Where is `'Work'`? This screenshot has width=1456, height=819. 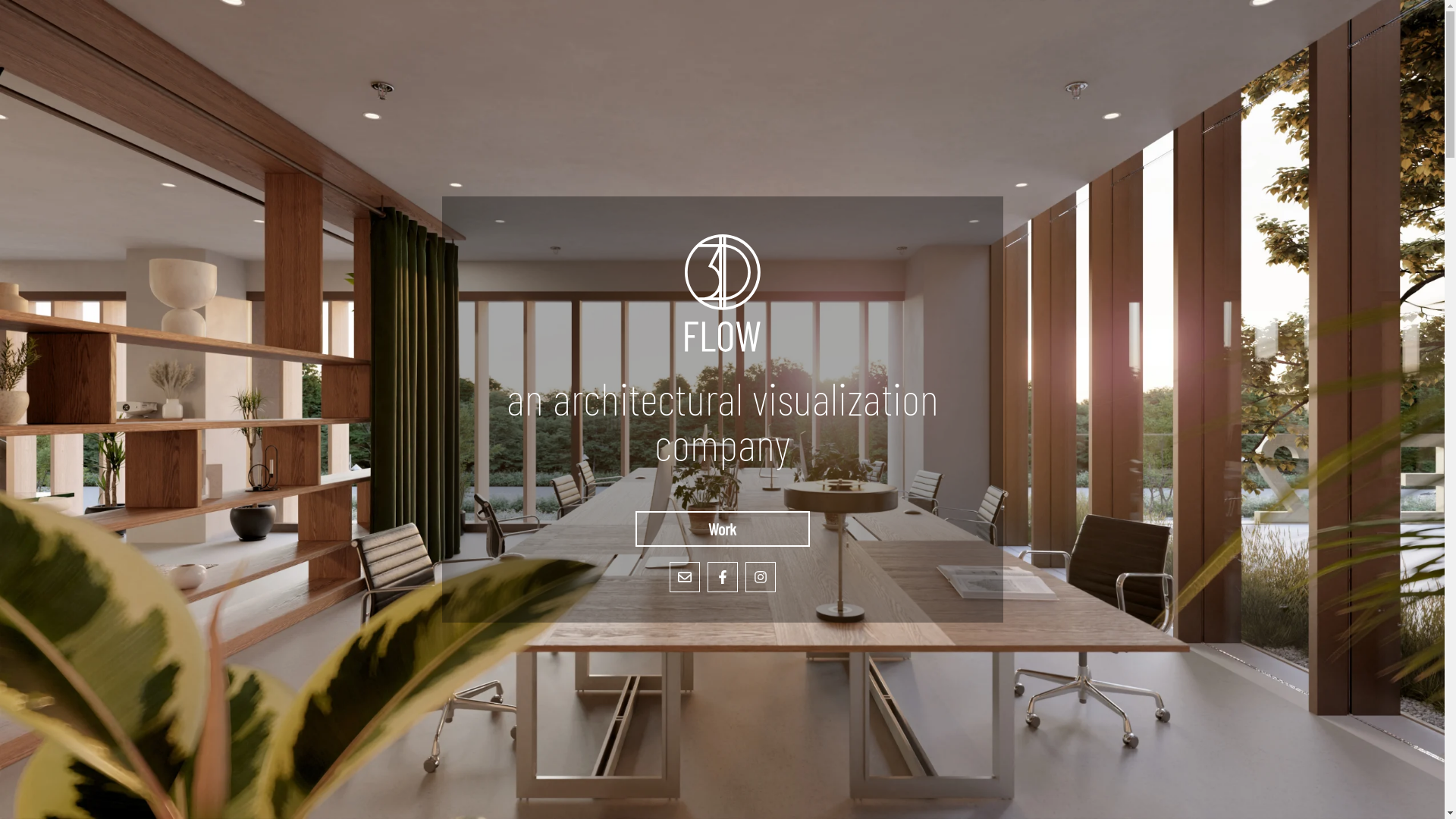
'Work' is located at coordinates (722, 528).